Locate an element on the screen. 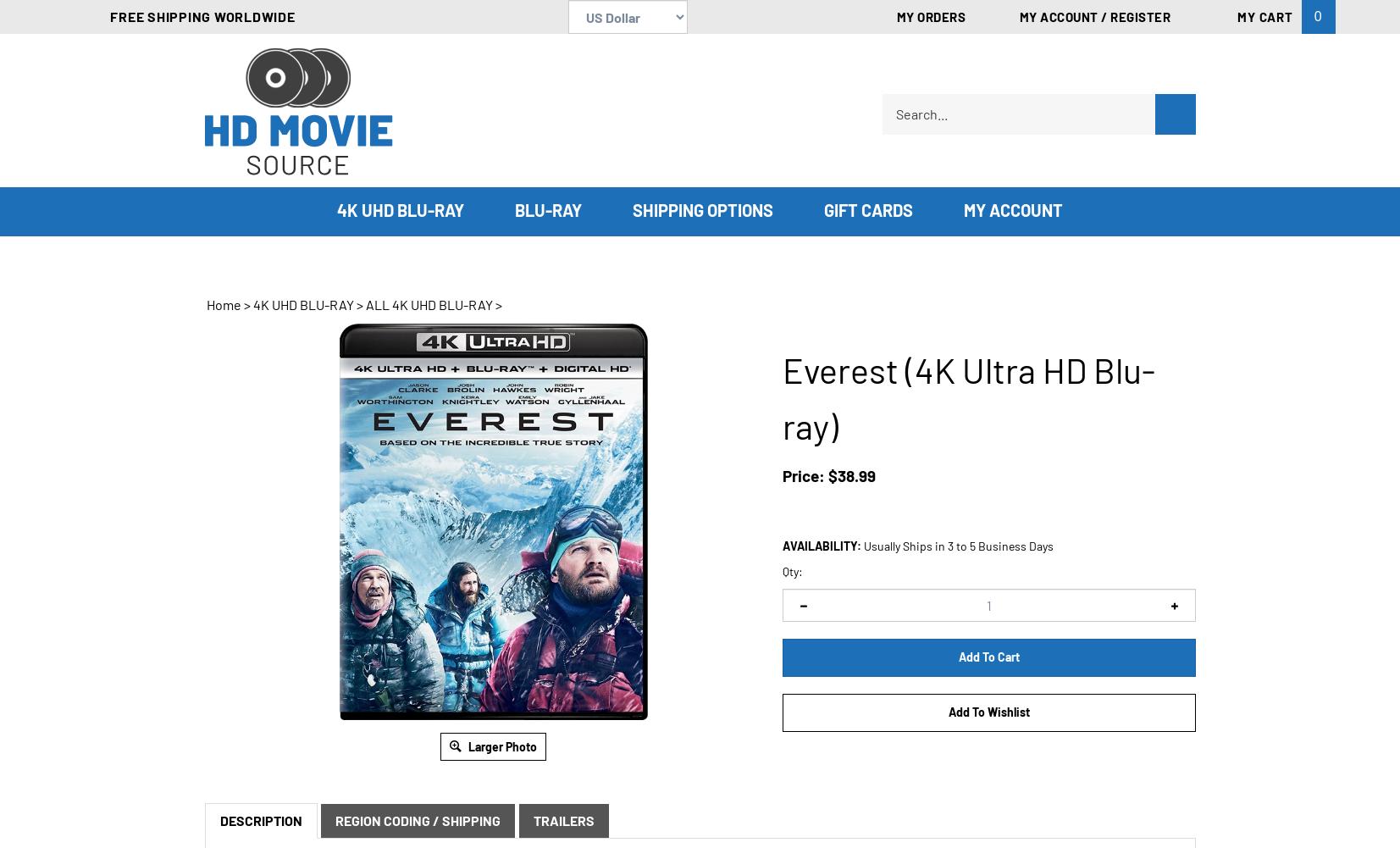 This screenshot has height=848, width=1400. 'REGION CODING / SHIPPING' is located at coordinates (334, 818).